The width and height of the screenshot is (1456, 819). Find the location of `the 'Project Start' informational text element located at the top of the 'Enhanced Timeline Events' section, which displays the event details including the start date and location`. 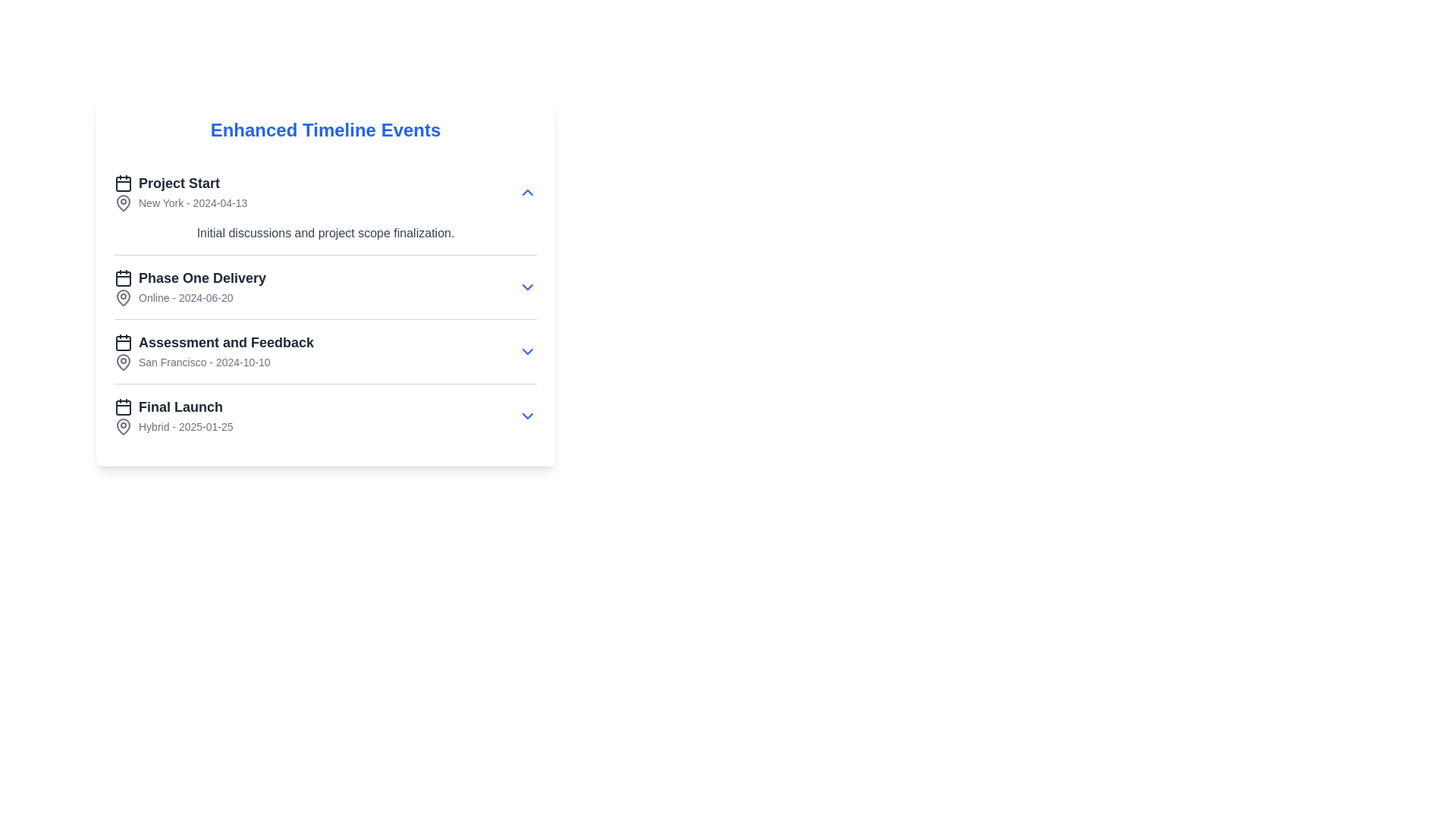

the 'Project Start' informational text element located at the top of the 'Enhanced Timeline Events' section, which displays the event details including the start date and location is located at coordinates (180, 192).